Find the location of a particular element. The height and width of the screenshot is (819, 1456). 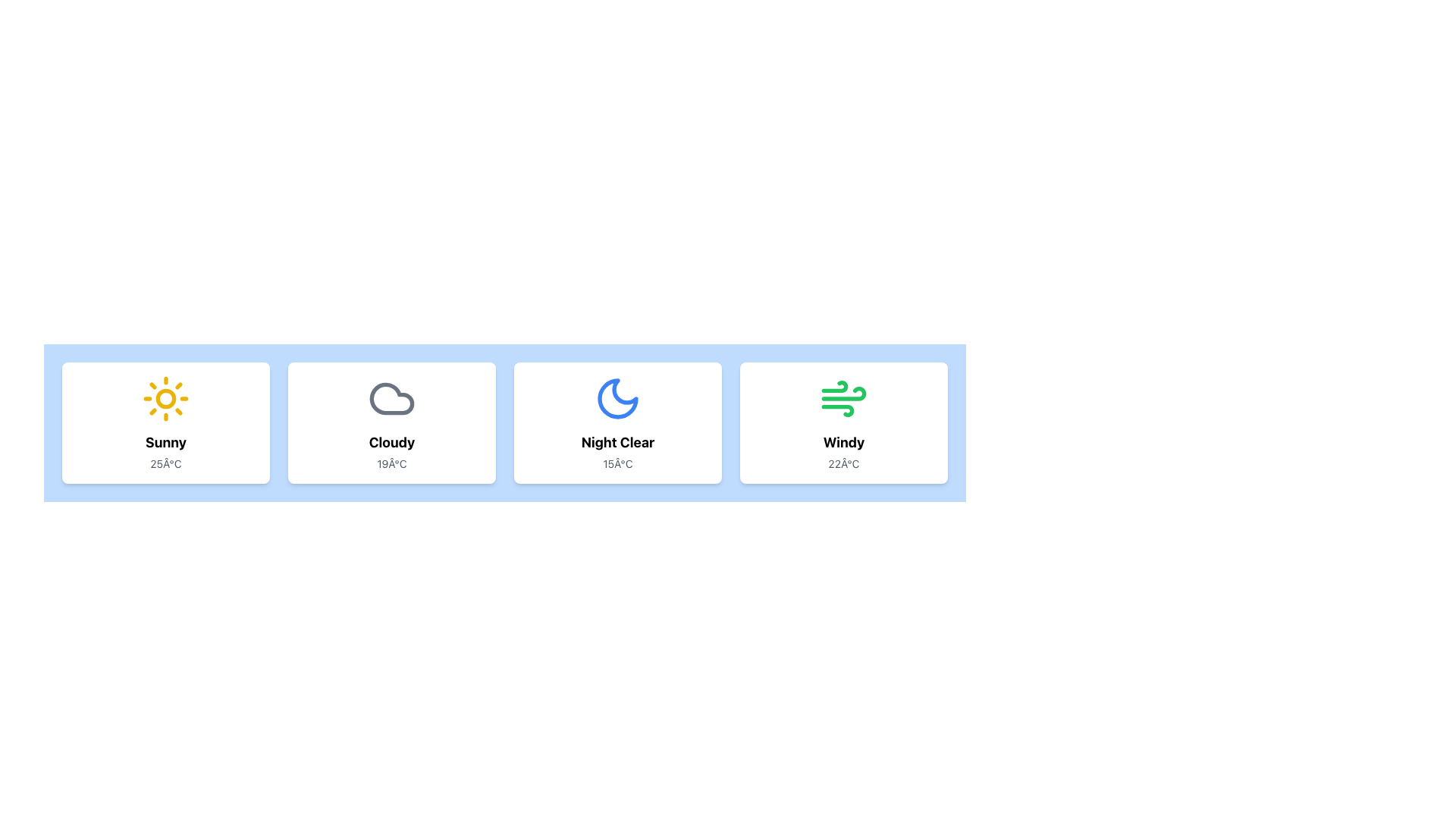

cloud icon displayed above the text 'Cloudy' in the weather application, which is part of the second card from the left is located at coordinates (392, 397).